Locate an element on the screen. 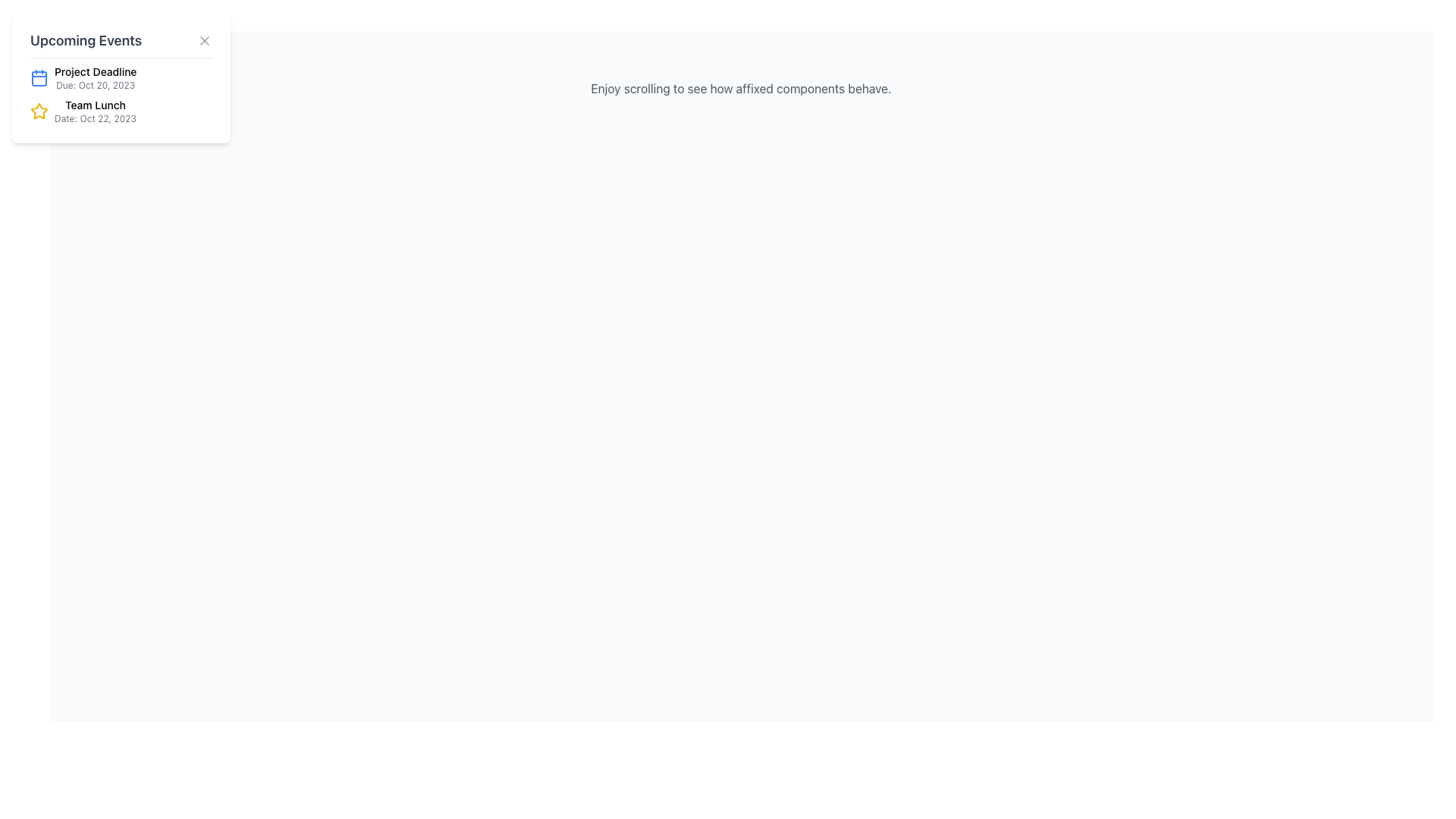 The width and height of the screenshot is (1456, 819). the close icon in the top-right corner of the 'Upcoming Events' card is located at coordinates (203, 40).